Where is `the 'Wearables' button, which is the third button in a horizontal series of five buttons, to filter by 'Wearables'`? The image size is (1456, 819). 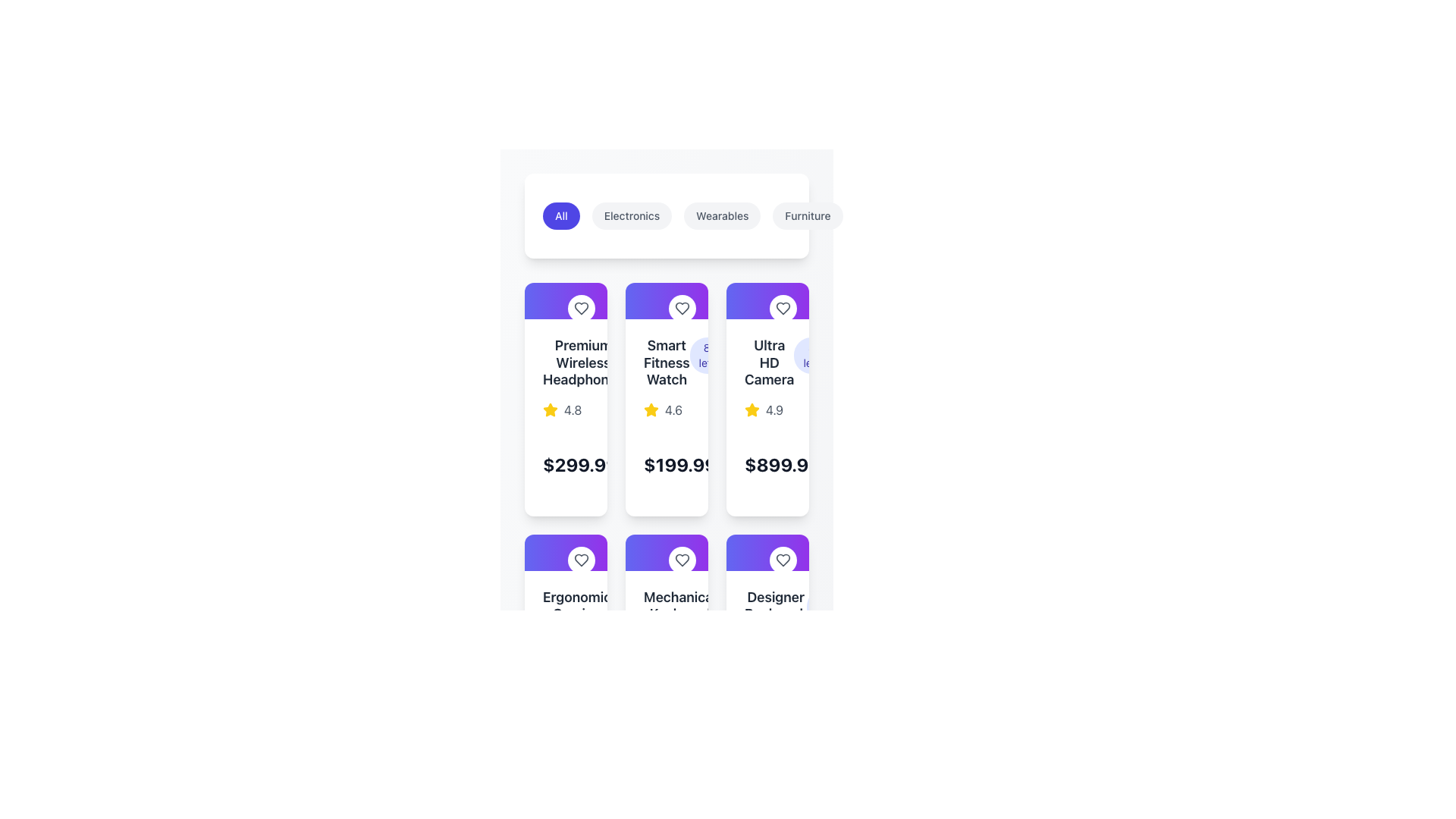
the 'Wearables' button, which is the third button in a horizontal series of five buttons, to filter by 'Wearables' is located at coordinates (730, 216).